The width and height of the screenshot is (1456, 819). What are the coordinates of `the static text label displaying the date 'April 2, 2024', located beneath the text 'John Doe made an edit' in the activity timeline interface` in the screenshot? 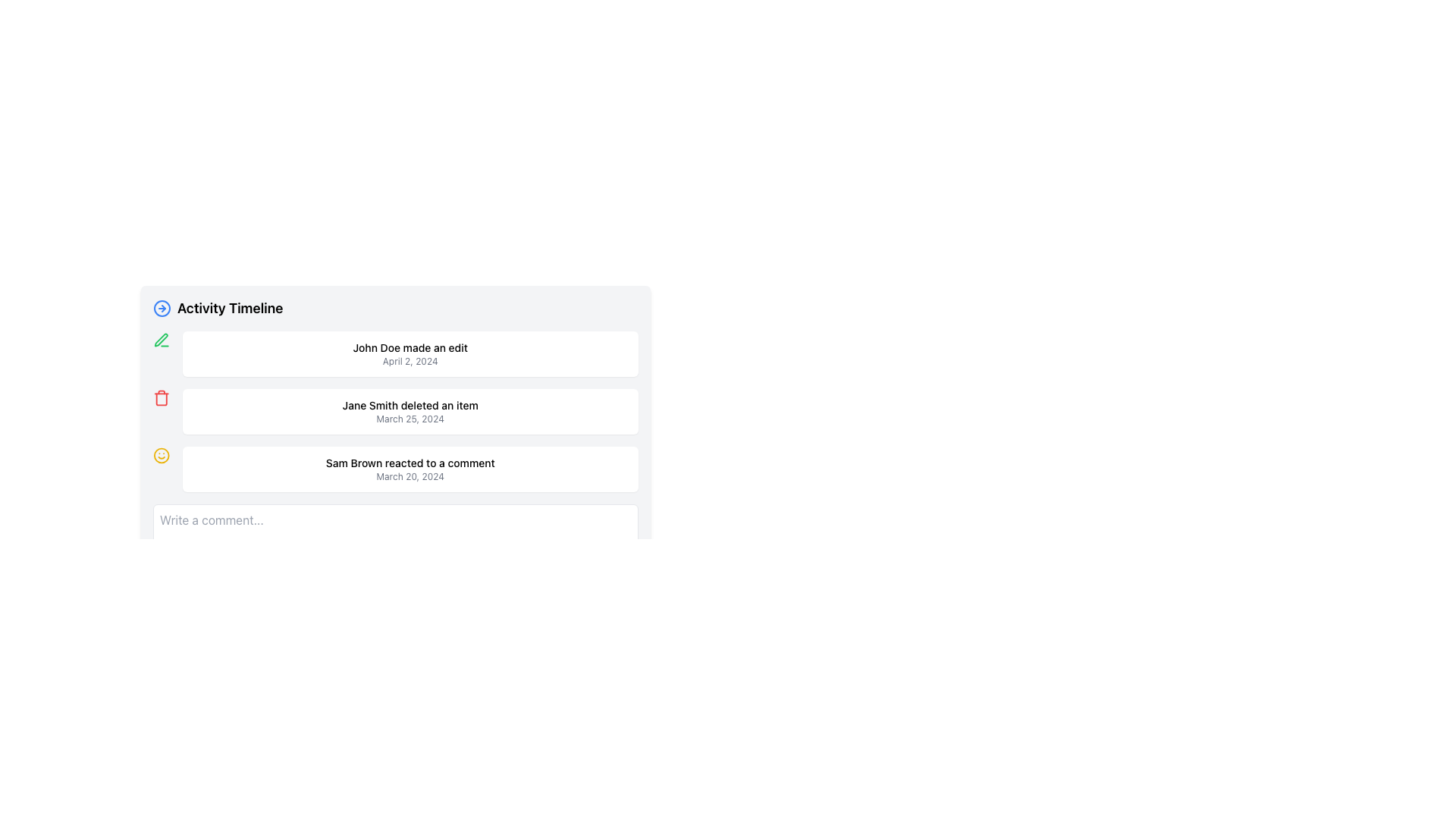 It's located at (410, 362).